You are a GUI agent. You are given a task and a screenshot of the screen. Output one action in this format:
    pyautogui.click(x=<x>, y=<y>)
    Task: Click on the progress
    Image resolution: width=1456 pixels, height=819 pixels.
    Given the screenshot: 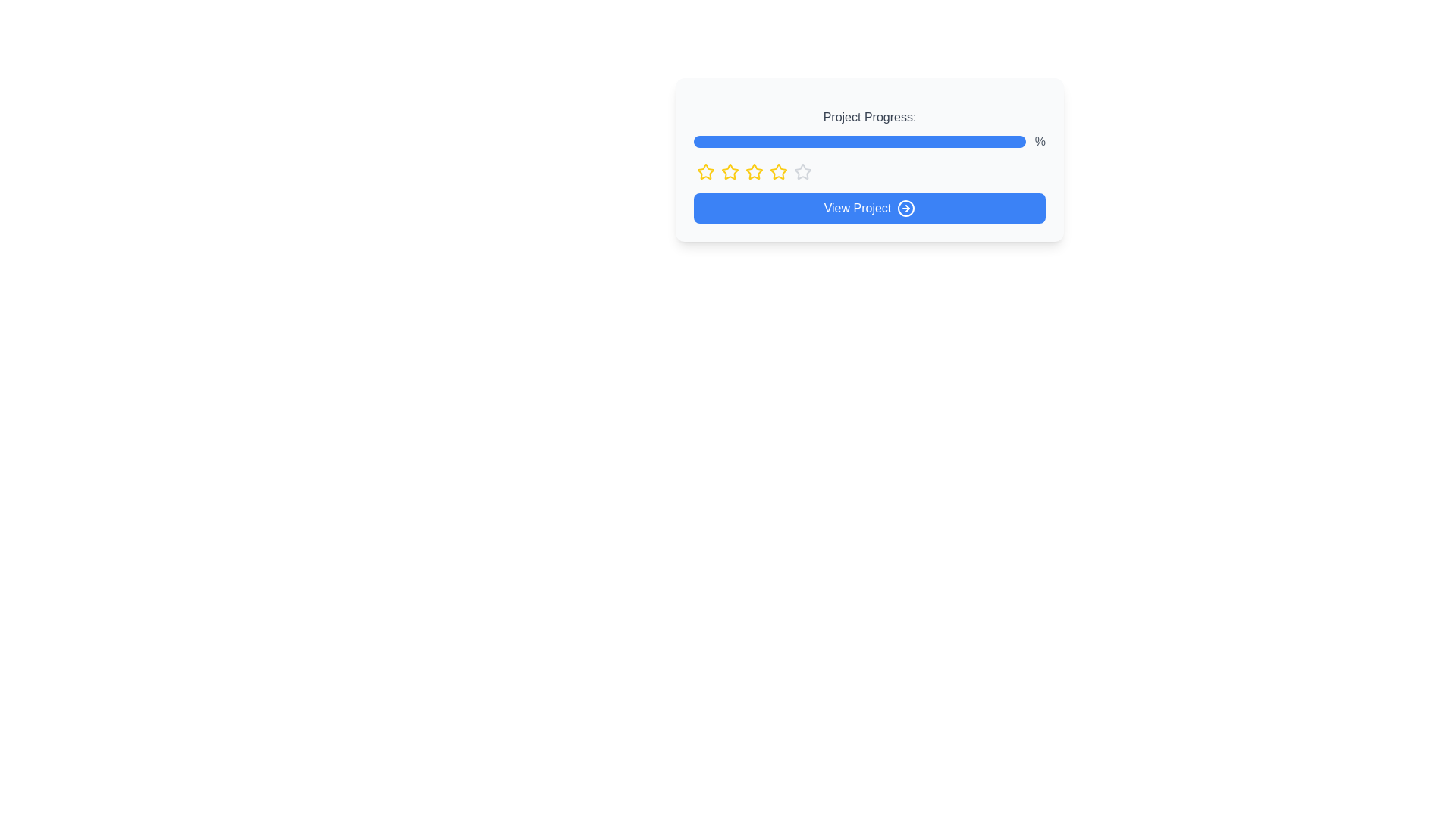 What is the action you would take?
    pyautogui.click(x=843, y=141)
    